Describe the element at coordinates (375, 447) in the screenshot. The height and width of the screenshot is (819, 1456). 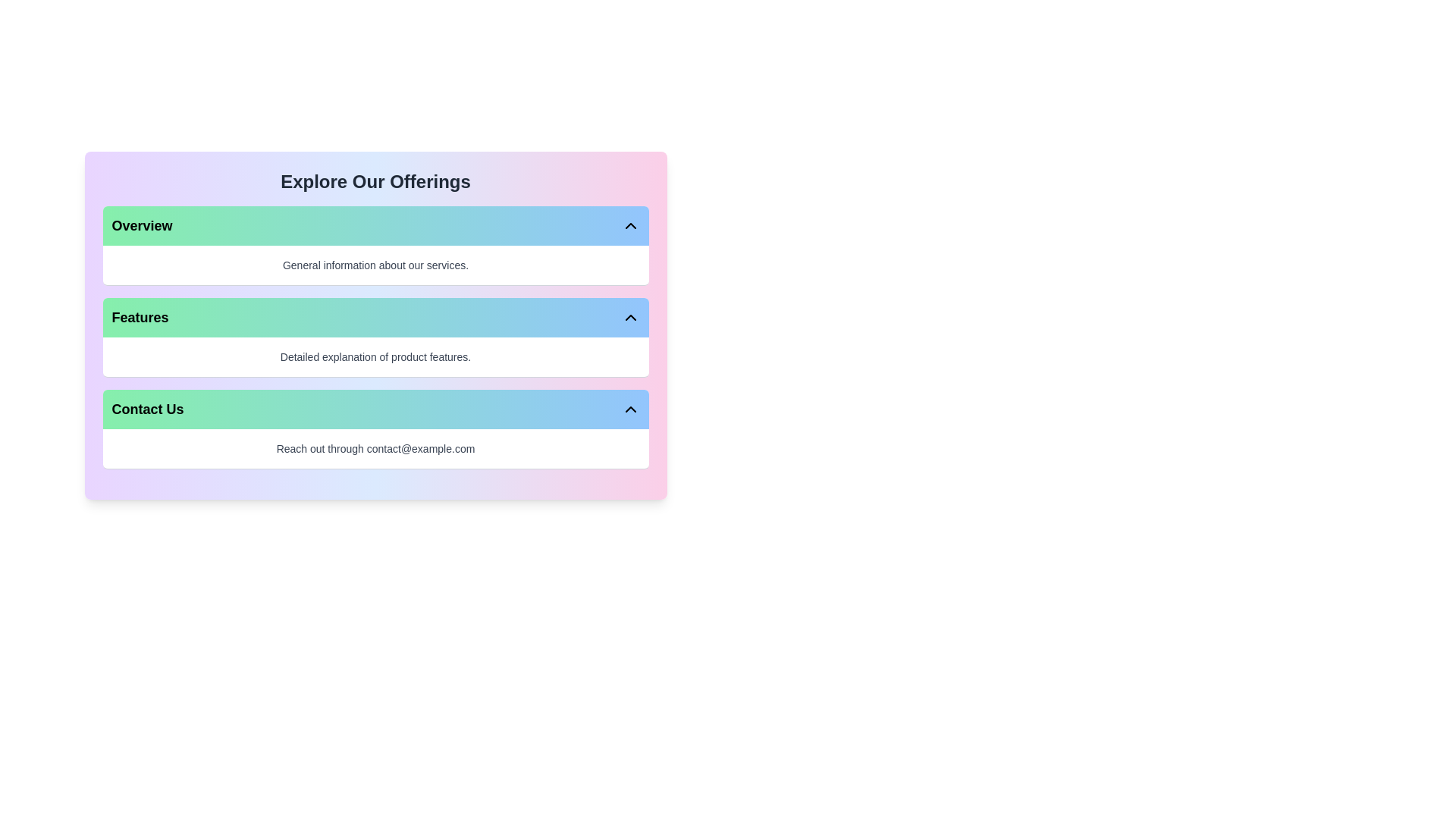
I see `the static text box that provides contact information located directly below the 'Contact Us' caption in the 'Contact Us' section` at that location.